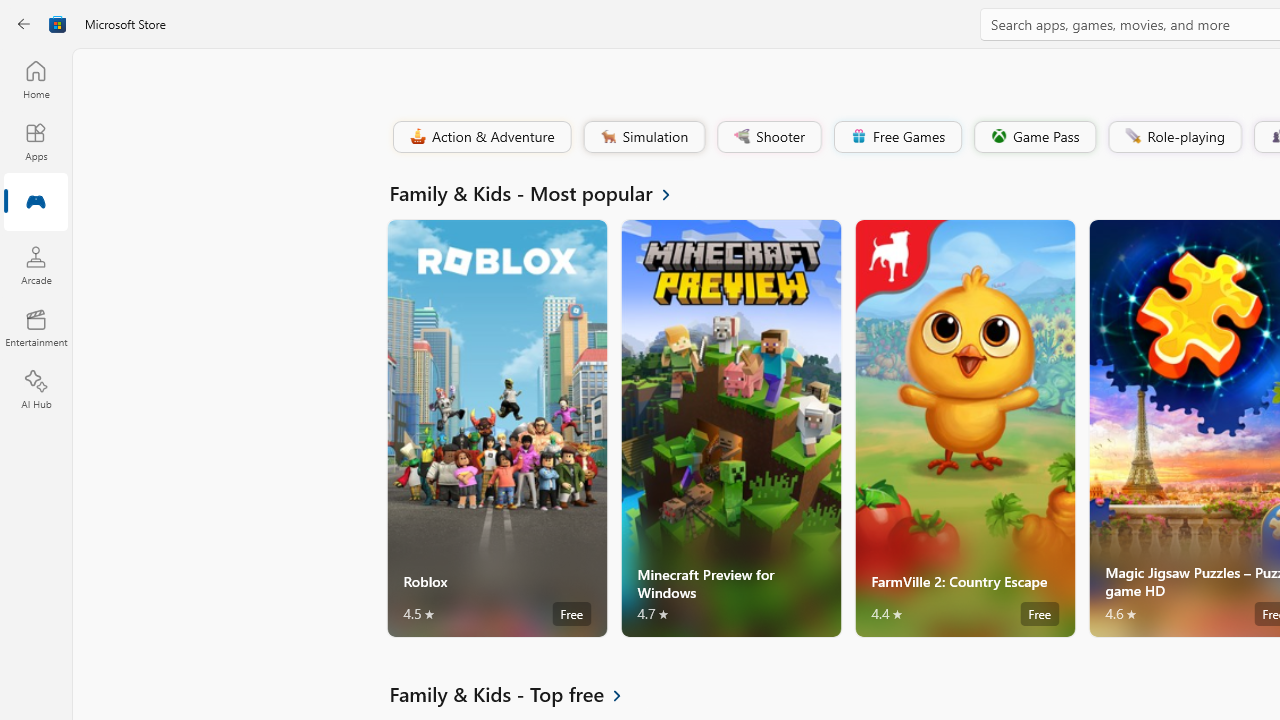 This screenshot has width=1280, height=720. I want to click on 'Game Pass', so click(1033, 135).